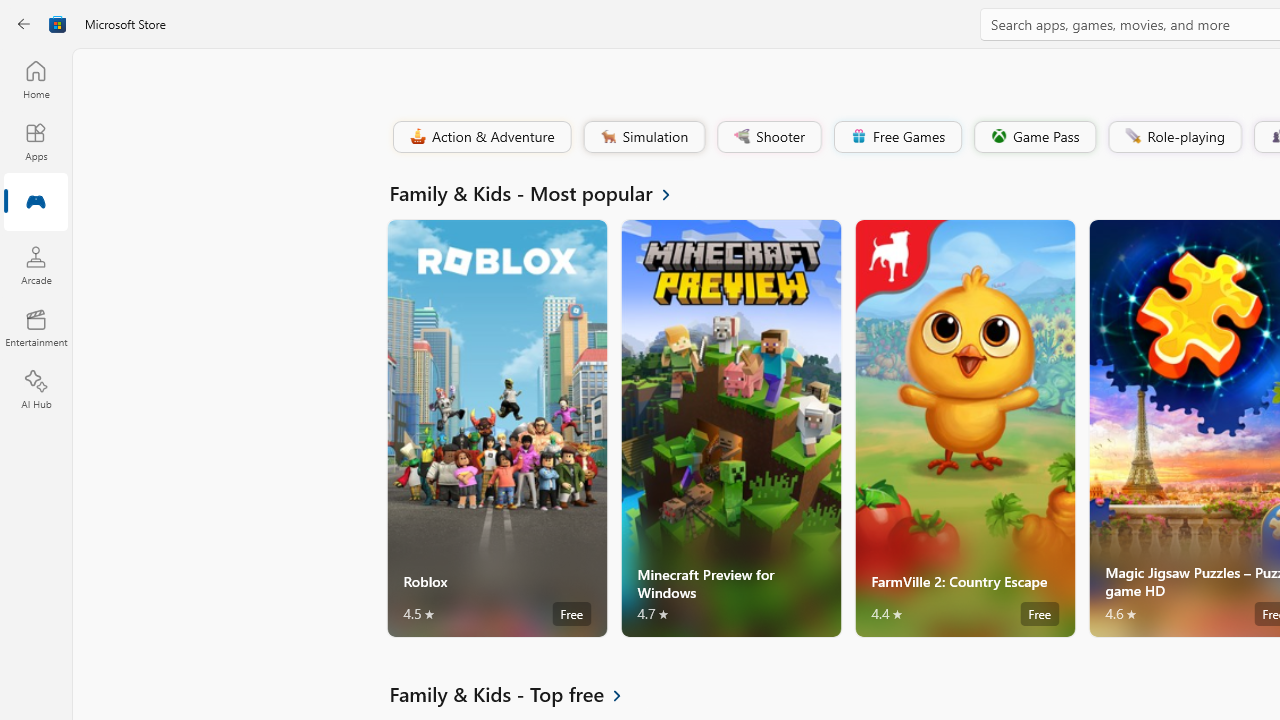 This screenshot has width=1280, height=720. I want to click on 'Game Pass', so click(1033, 135).